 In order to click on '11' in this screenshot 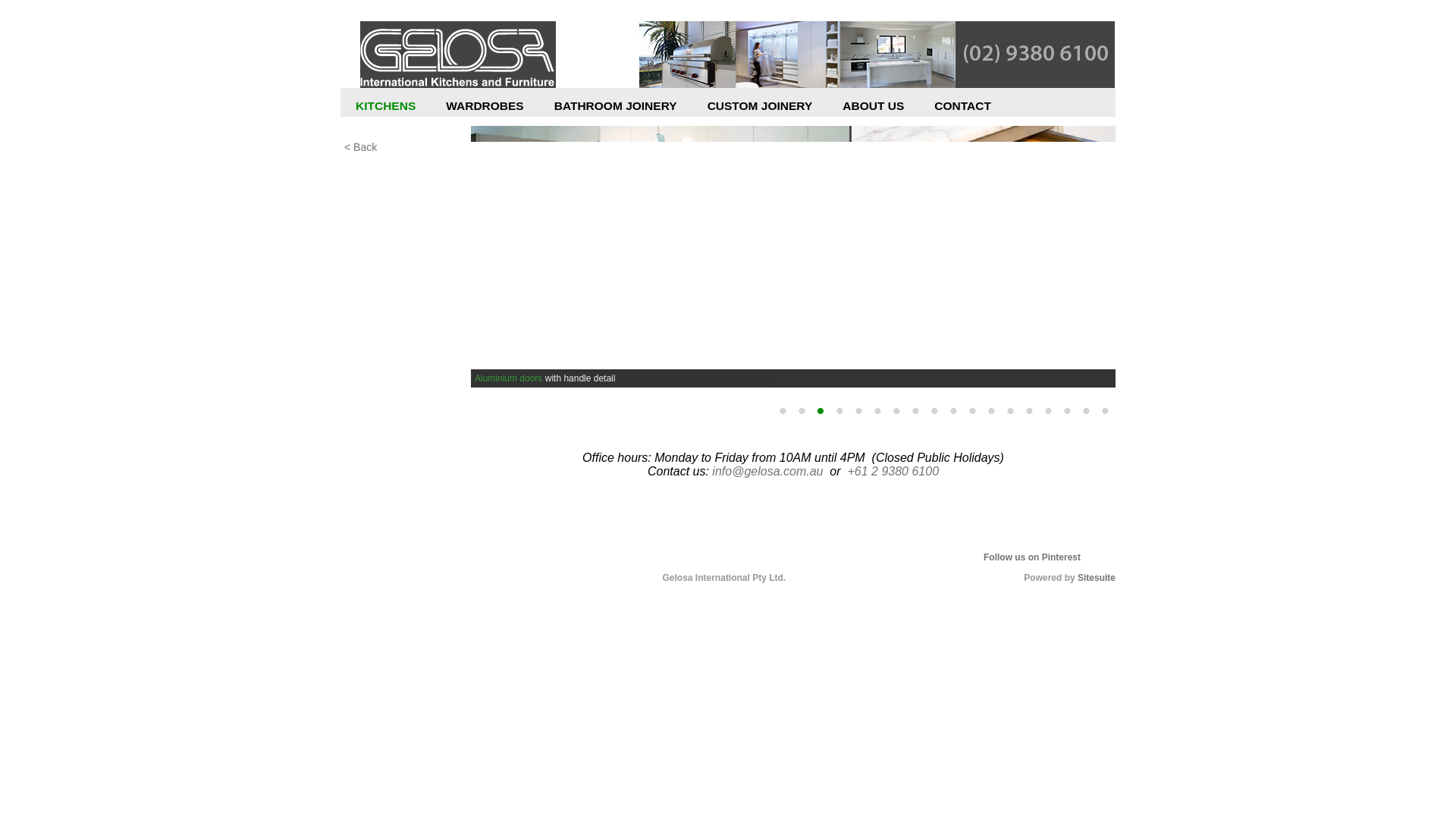, I will do `click(971, 411)`.